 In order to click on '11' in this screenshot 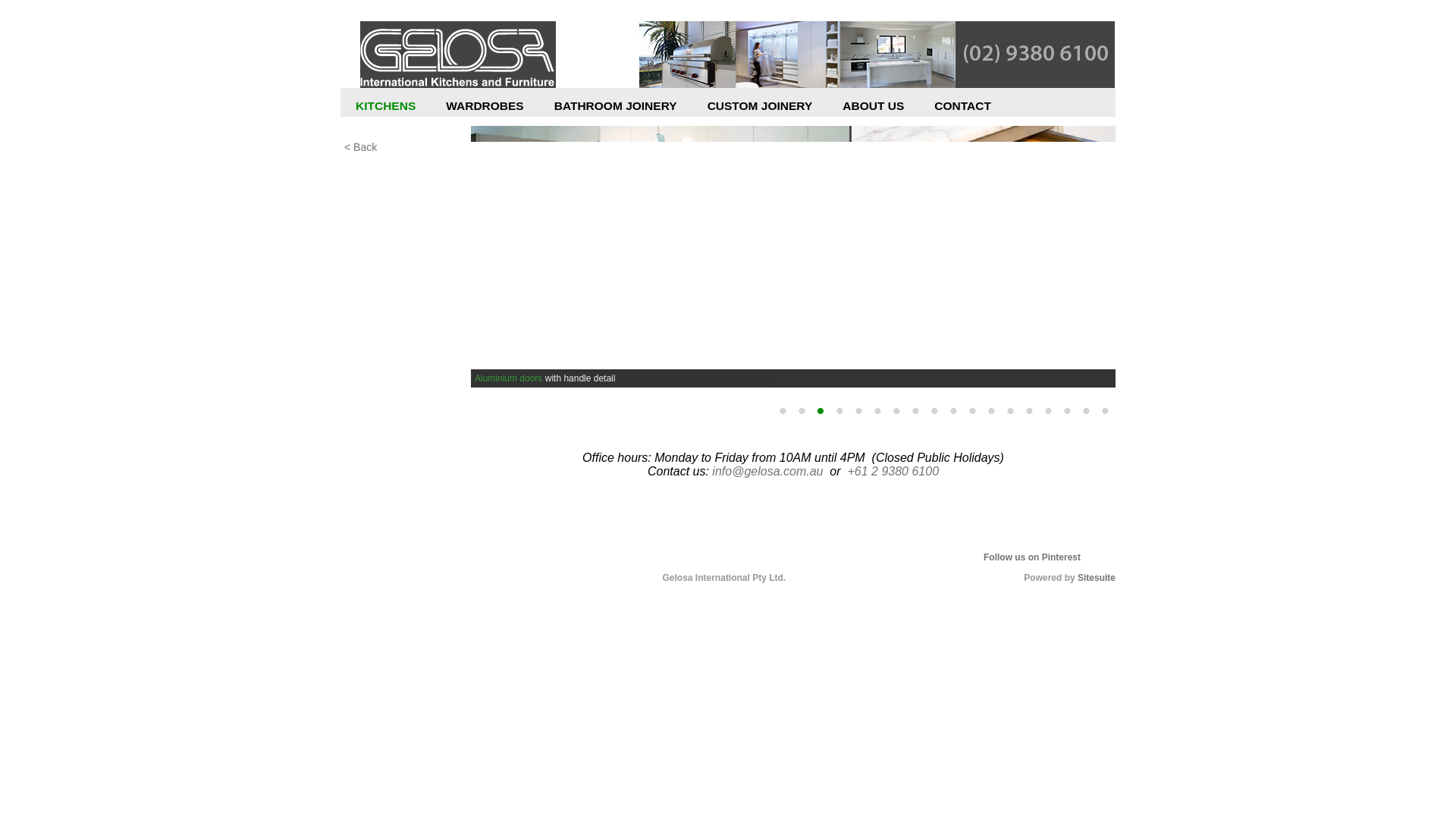, I will do `click(971, 411)`.